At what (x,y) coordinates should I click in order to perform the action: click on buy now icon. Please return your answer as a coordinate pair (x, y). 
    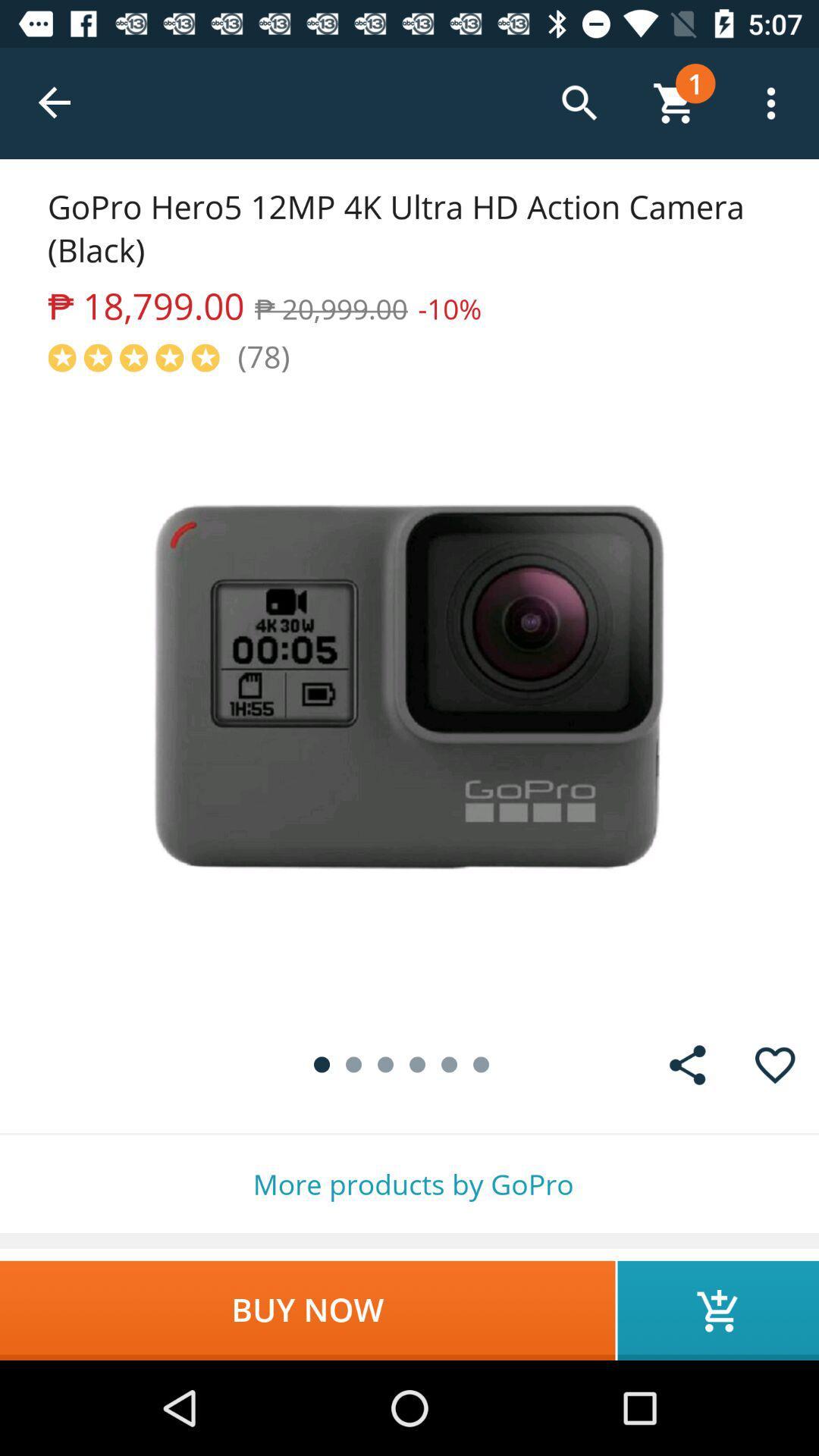
    Looking at the image, I should click on (307, 1310).